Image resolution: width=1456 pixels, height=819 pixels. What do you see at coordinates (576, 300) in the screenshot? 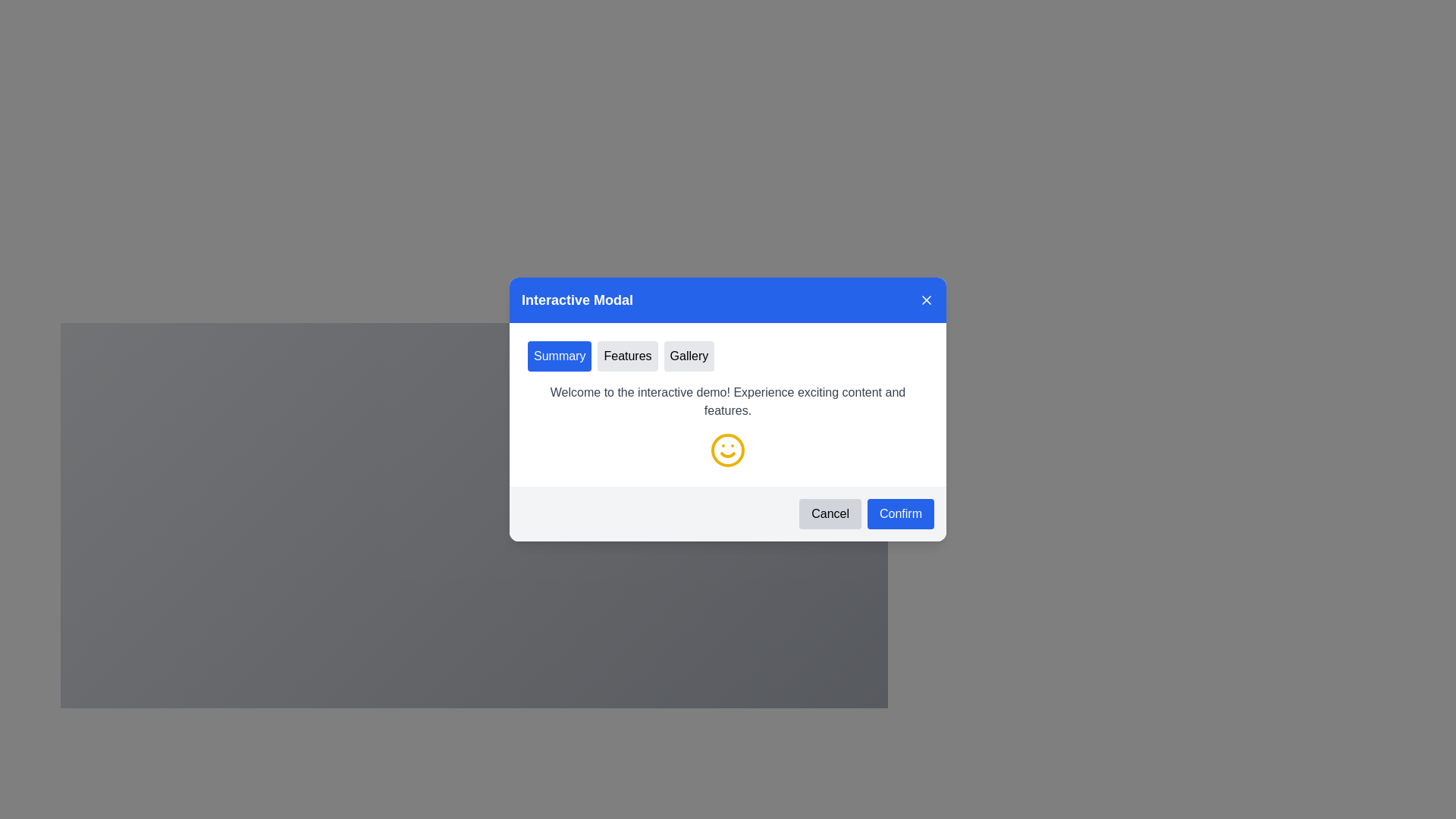
I see `the title text label in the header section of the modal dialog box, which is centered in the blue bar` at bounding box center [576, 300].